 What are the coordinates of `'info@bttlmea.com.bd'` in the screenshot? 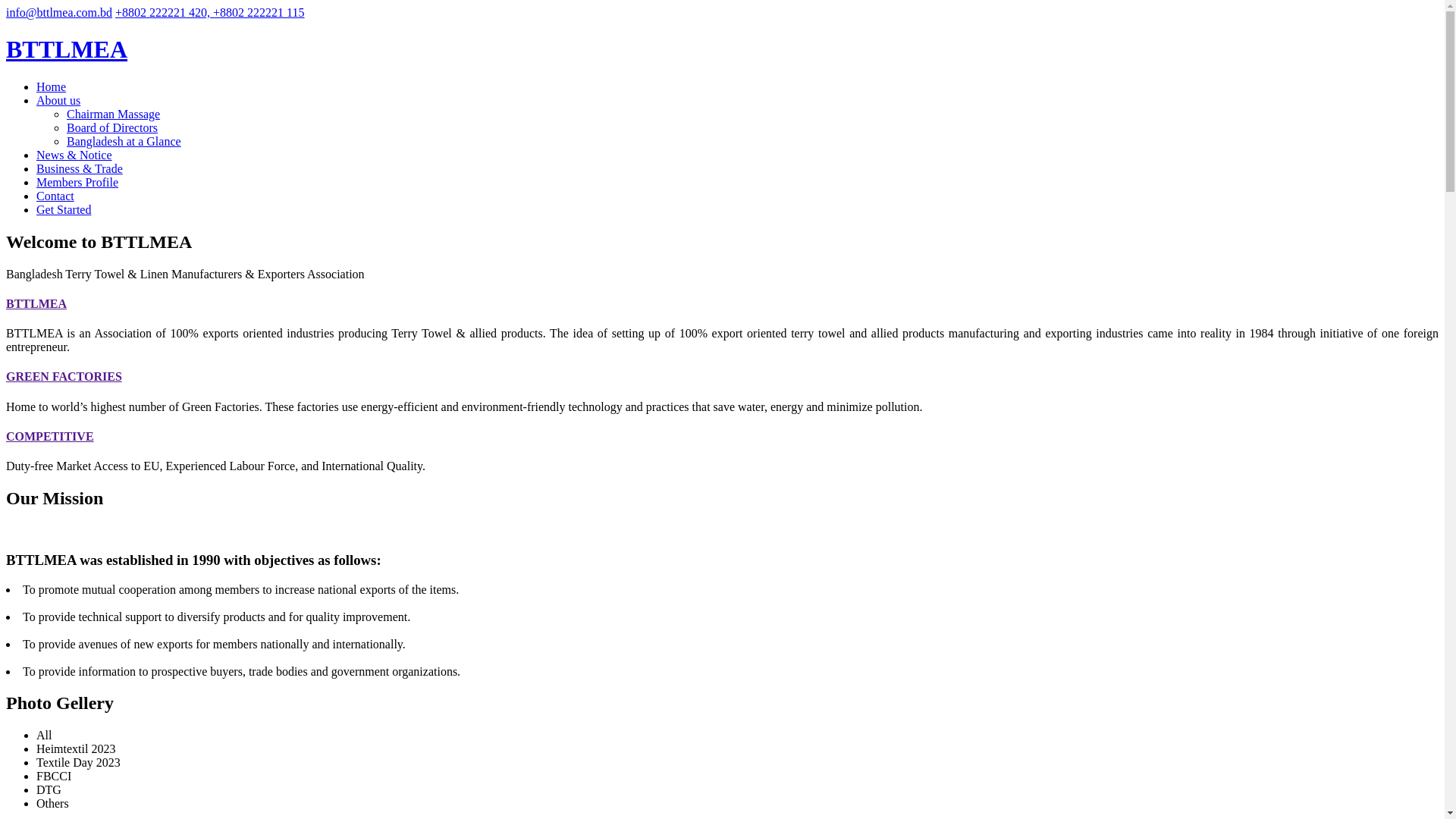 It's located at (58, 12).